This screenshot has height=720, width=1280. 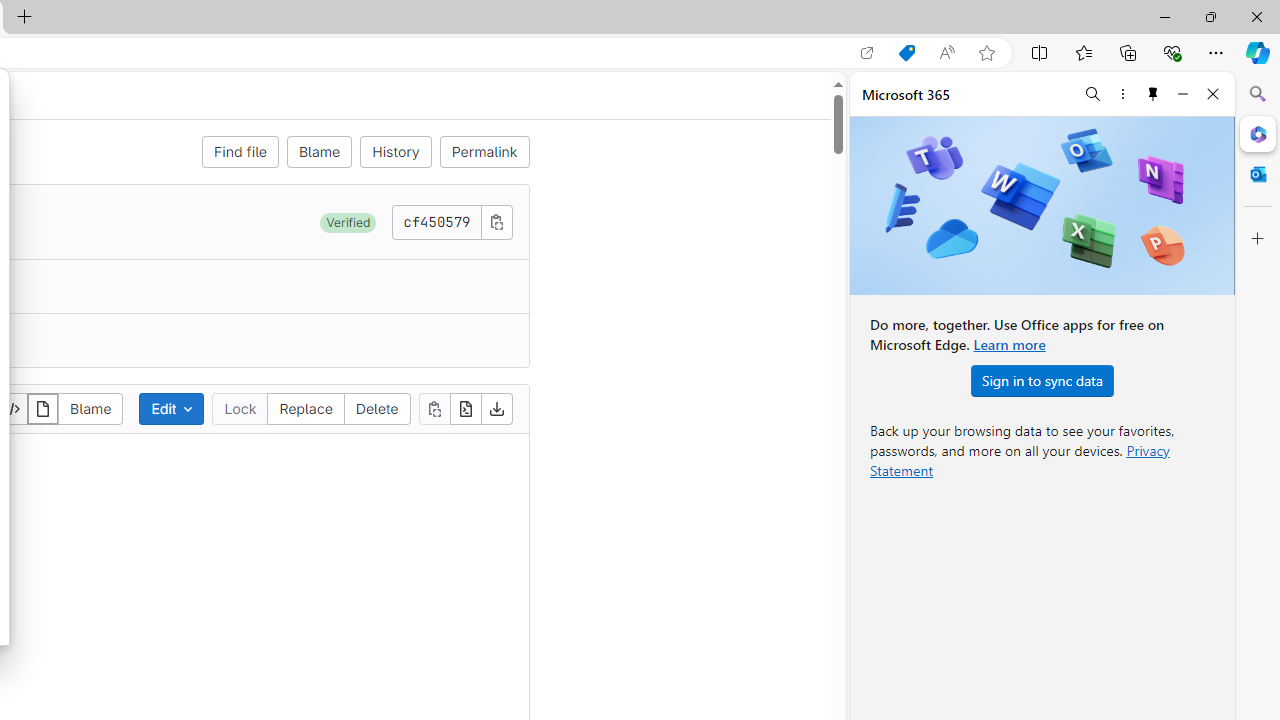 What do you see at coordinates (905, 52) in the screenshot?
I see `'Shopping in Microsoft Edge'` at bounding box center [905, 52].